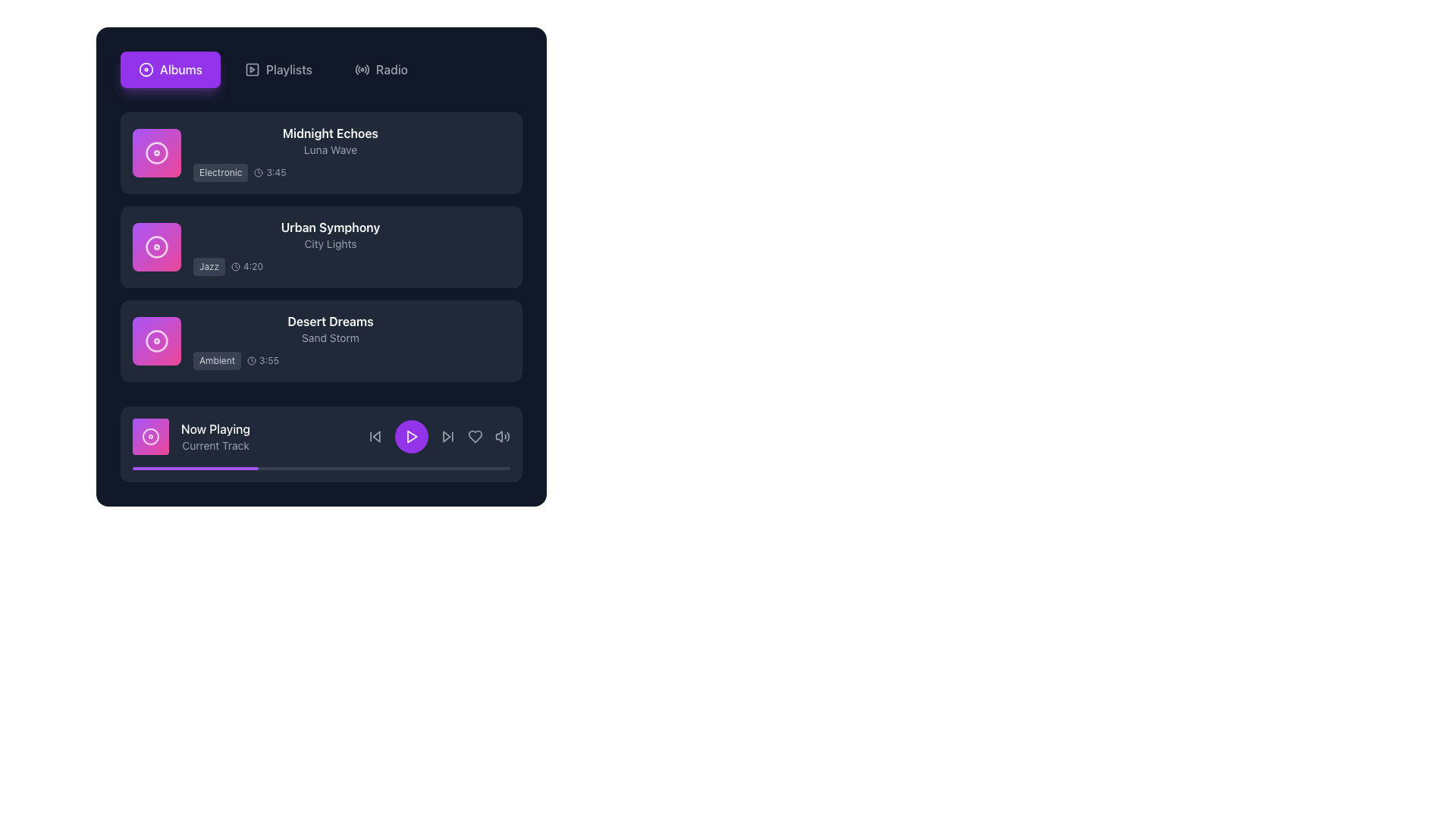 This screenshot has height=819, width=1456. I want to click on the heart icon located in the bottom 'Now Playing' section of the application interface to mark the currently playing track as a favorite, so click(475, 436).